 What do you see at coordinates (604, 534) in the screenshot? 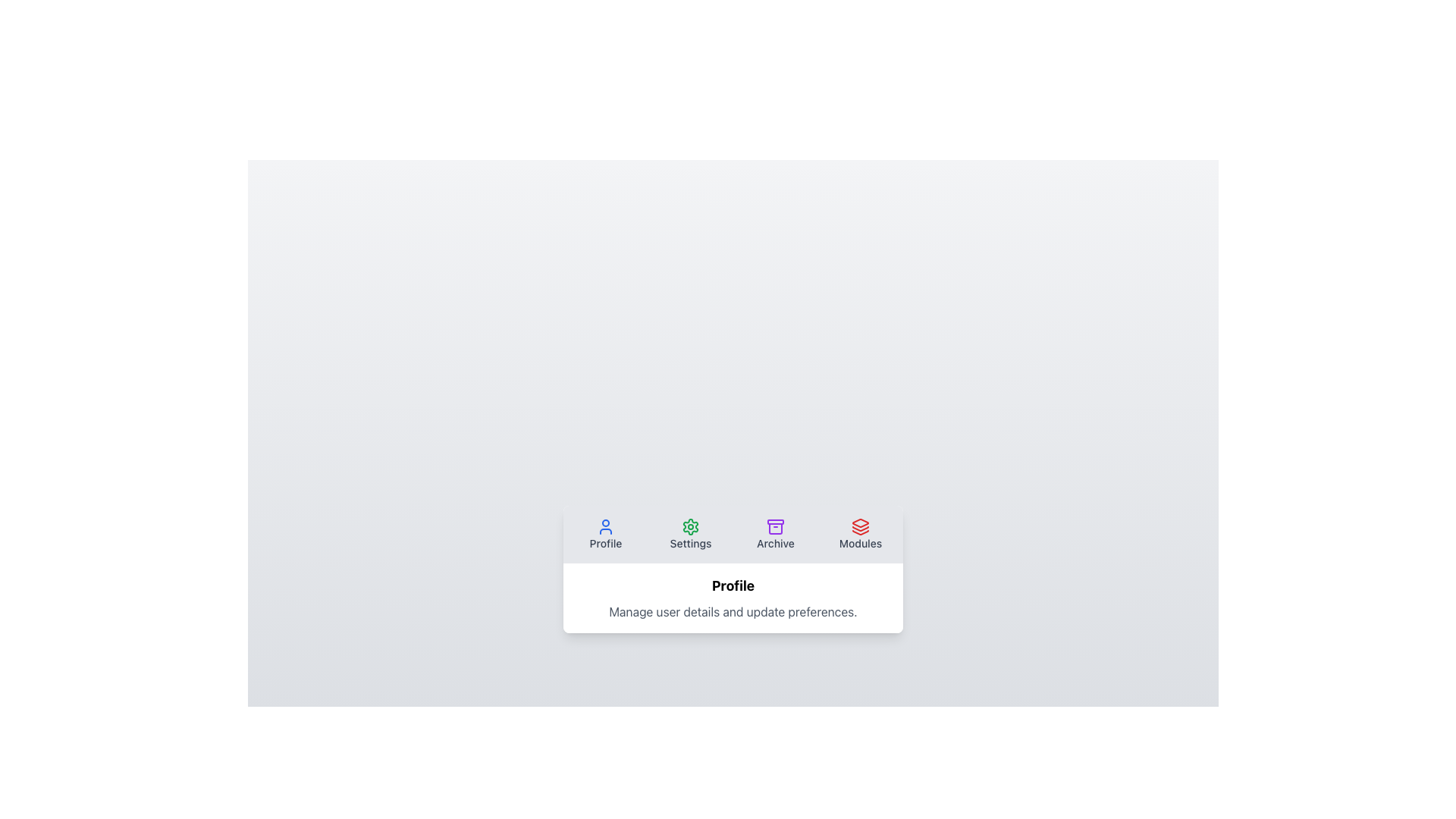
I see `the first menu item with an icon and label` at bounding box center [604, 534].